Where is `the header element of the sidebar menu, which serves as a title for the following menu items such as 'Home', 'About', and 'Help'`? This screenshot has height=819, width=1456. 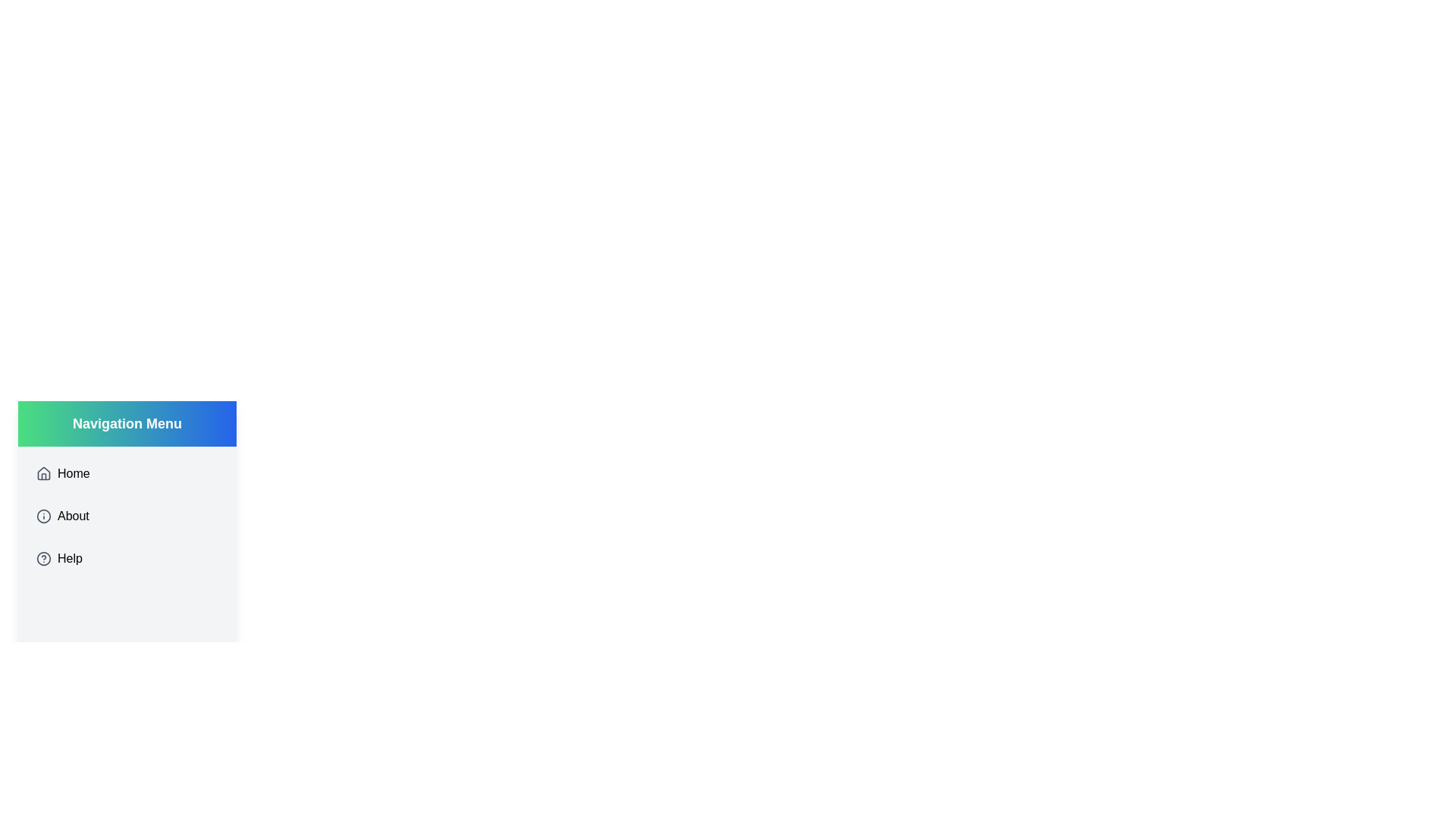
the header element of the sidebar menu, which serves as a title for the following menu items such as 'Home', 'About', and 'Help' is located at coordinates (127, 424).